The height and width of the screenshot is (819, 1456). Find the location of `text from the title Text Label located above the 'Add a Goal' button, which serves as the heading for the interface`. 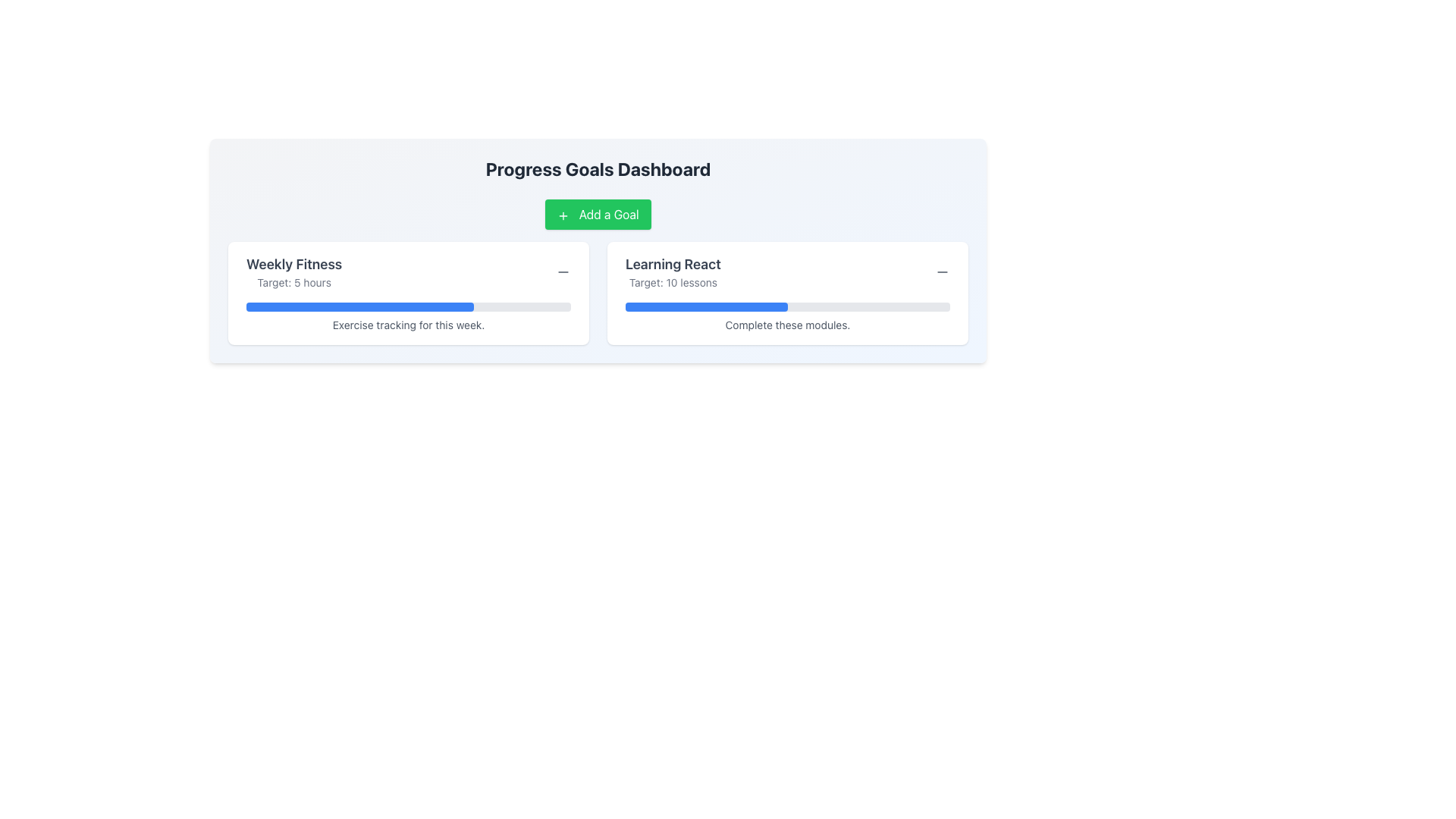

text from the title Text Label located above the 'Add a Goal' button, which serves as the heading for the interface is located at coordinates (597, 169).